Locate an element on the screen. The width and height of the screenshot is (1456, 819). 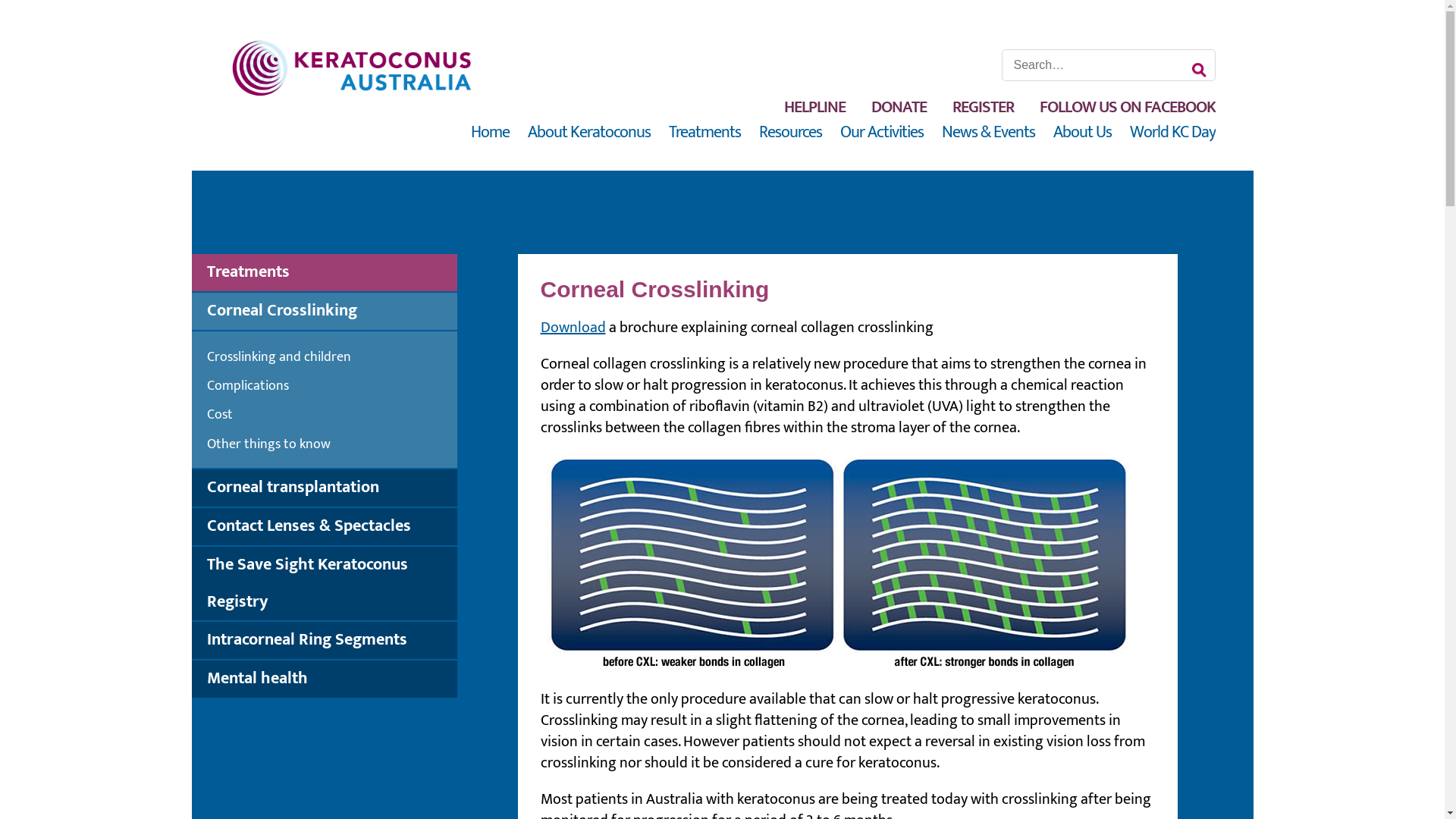
'DONATE' is located at coordinates (898, 106).